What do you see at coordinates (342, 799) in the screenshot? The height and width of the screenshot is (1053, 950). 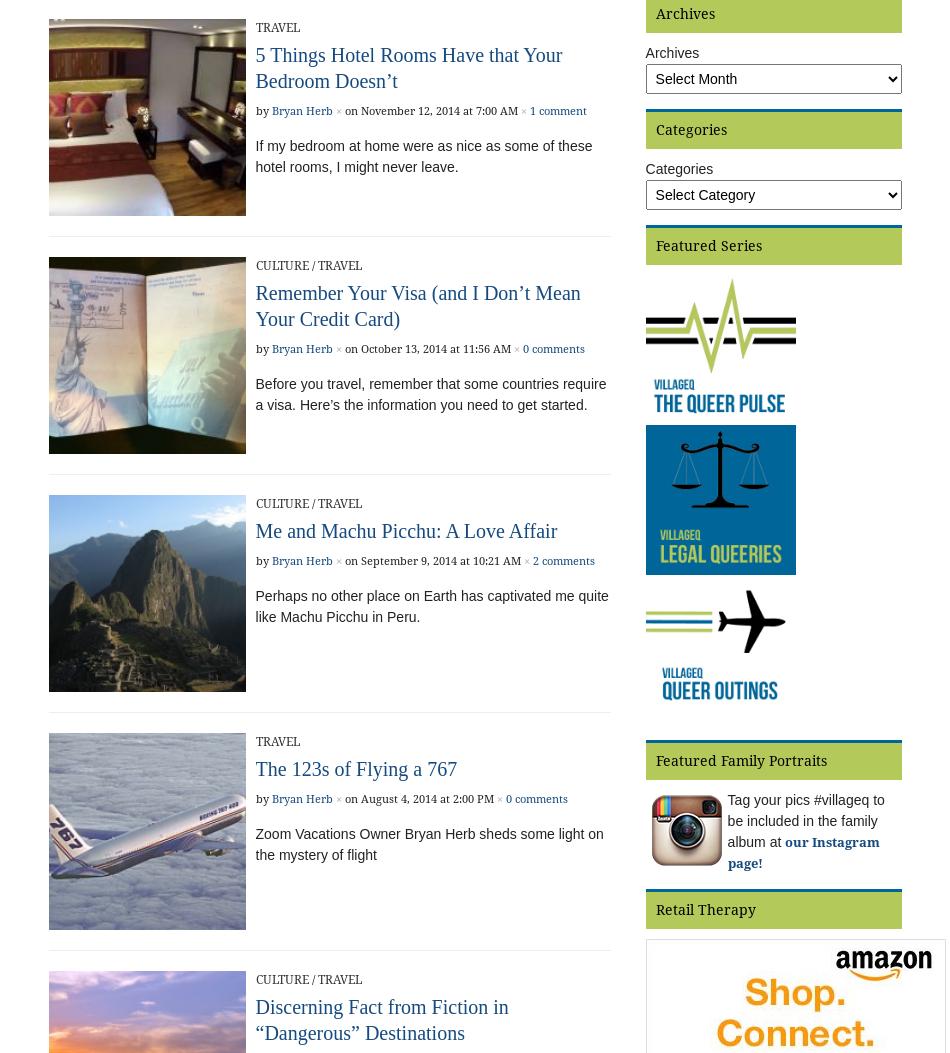 I see `'on August 4, 2014 at 2:00 PM'` at bounding box center [342, 799].